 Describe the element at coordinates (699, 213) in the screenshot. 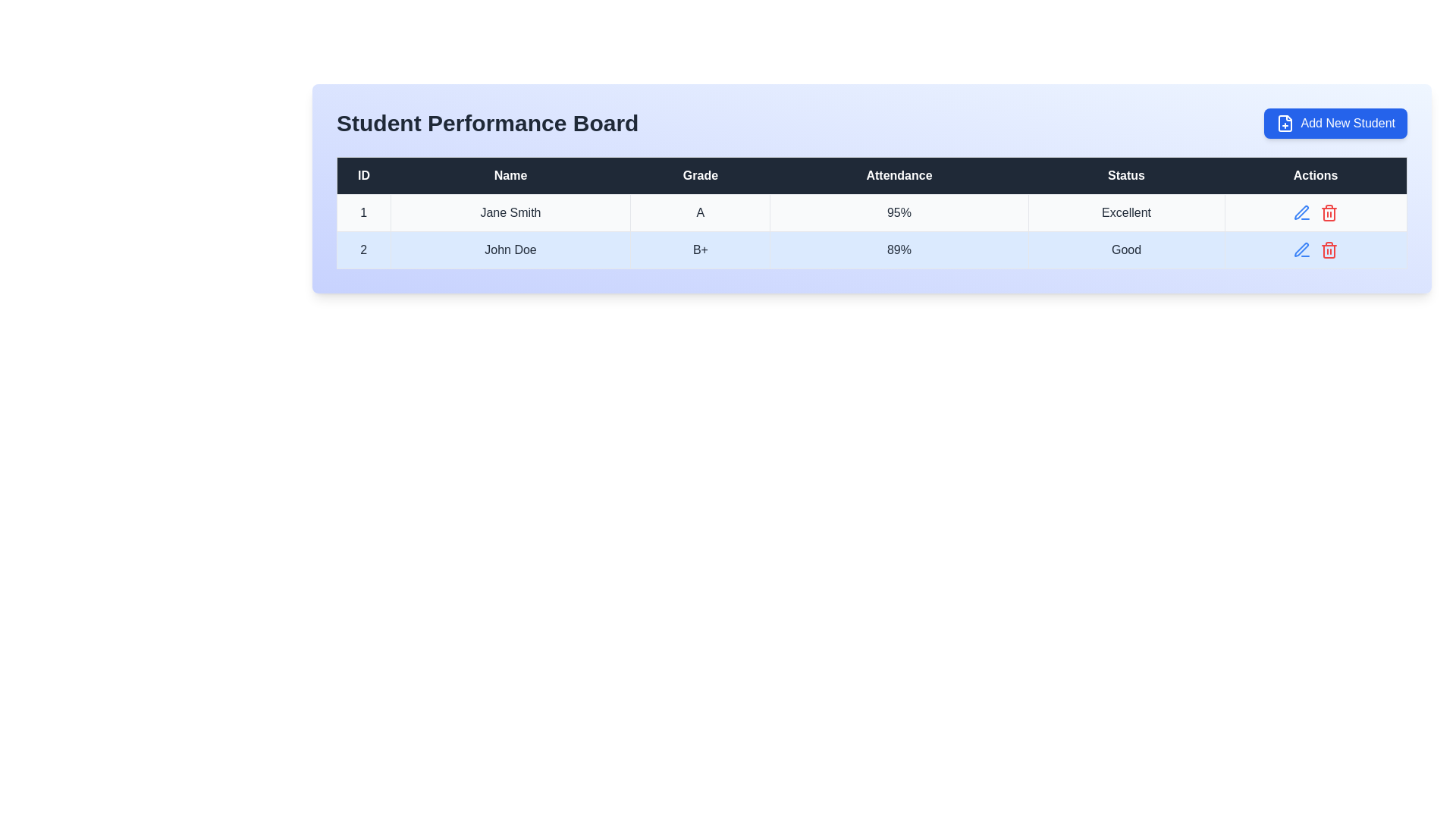

I see `the text content displaying the grade 'A' awarded to the student Jane Smith, which is located in the third cell of the row under the 'Grade' column` at that location.